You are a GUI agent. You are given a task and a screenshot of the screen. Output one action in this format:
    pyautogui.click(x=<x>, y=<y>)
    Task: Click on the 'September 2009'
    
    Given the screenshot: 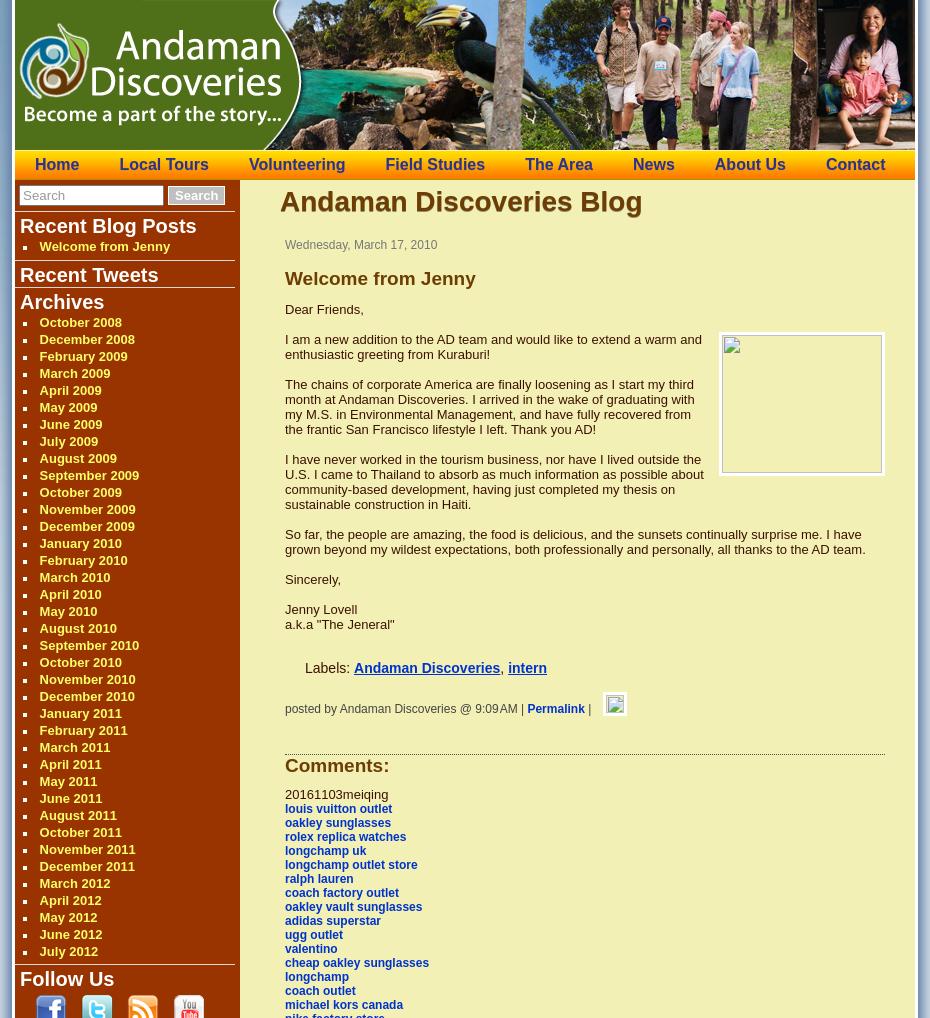 What is the action you would take?
    pyautogui.click(x=89, y=475)
    